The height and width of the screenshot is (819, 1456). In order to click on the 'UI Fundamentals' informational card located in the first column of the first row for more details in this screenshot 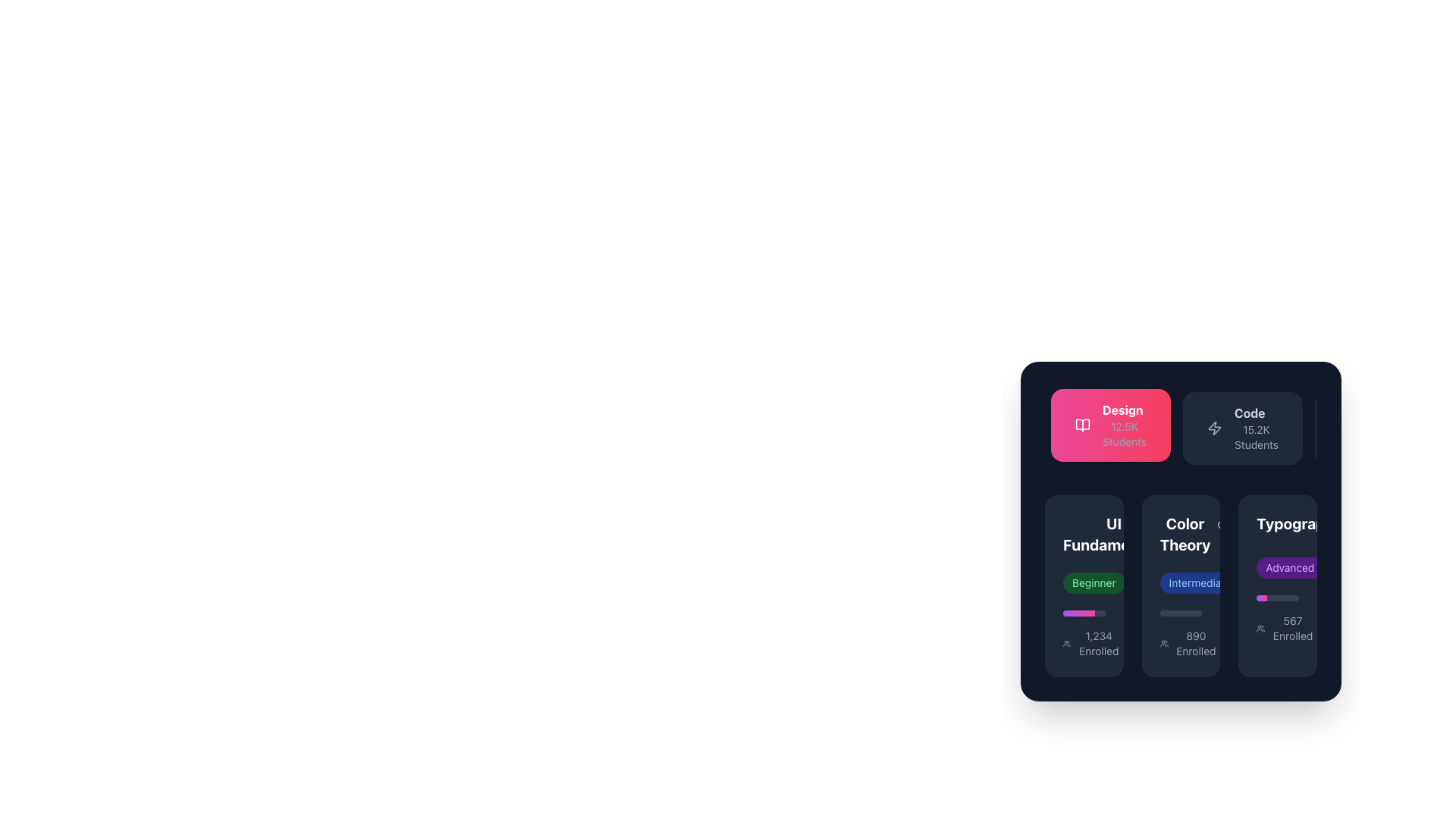, I will do `click(1083, 585)`.